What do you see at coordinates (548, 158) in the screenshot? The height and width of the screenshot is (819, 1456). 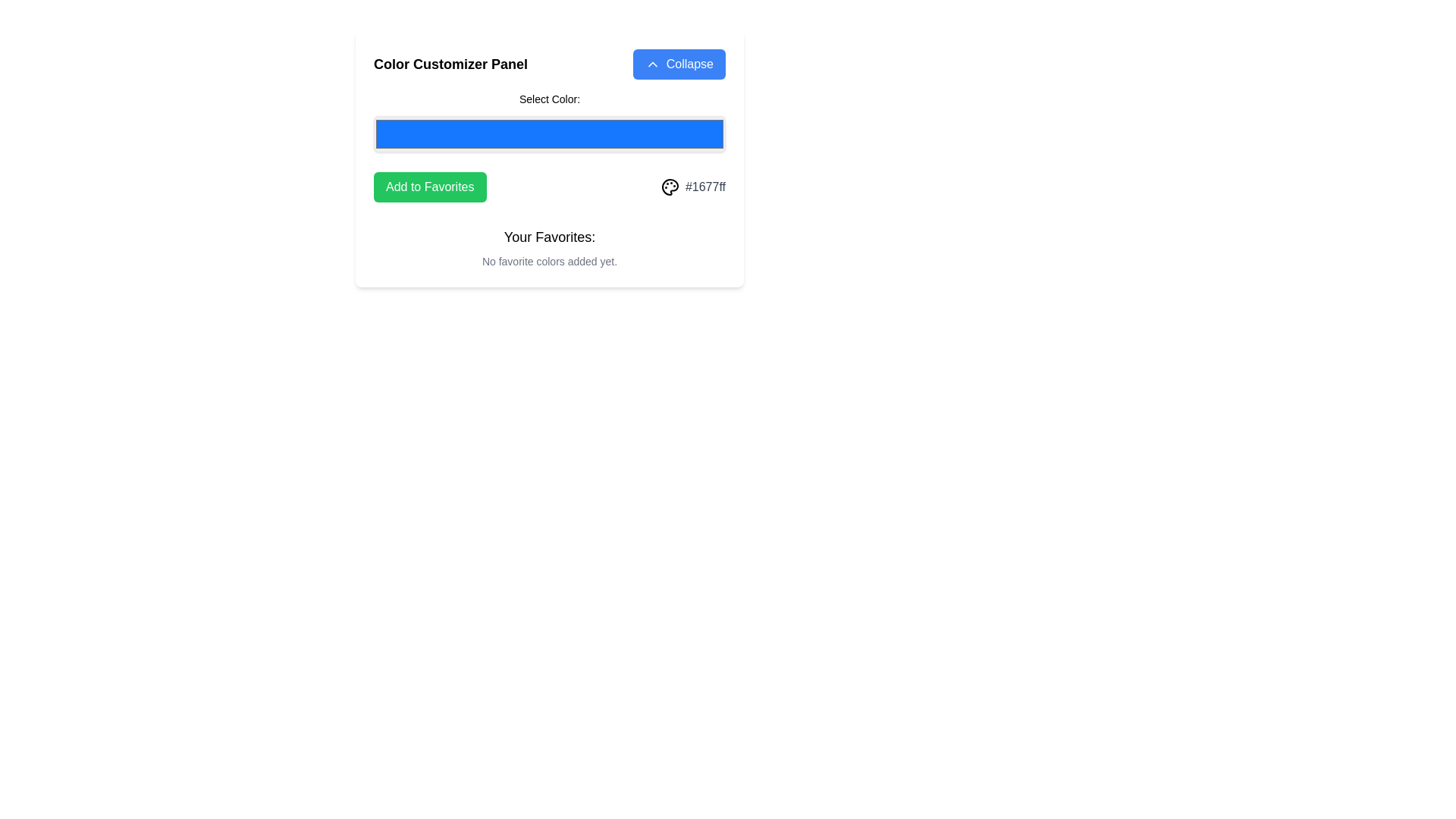 I see `the color input within the central UI Panel for customizing colors` at bounding box center [548, 158].